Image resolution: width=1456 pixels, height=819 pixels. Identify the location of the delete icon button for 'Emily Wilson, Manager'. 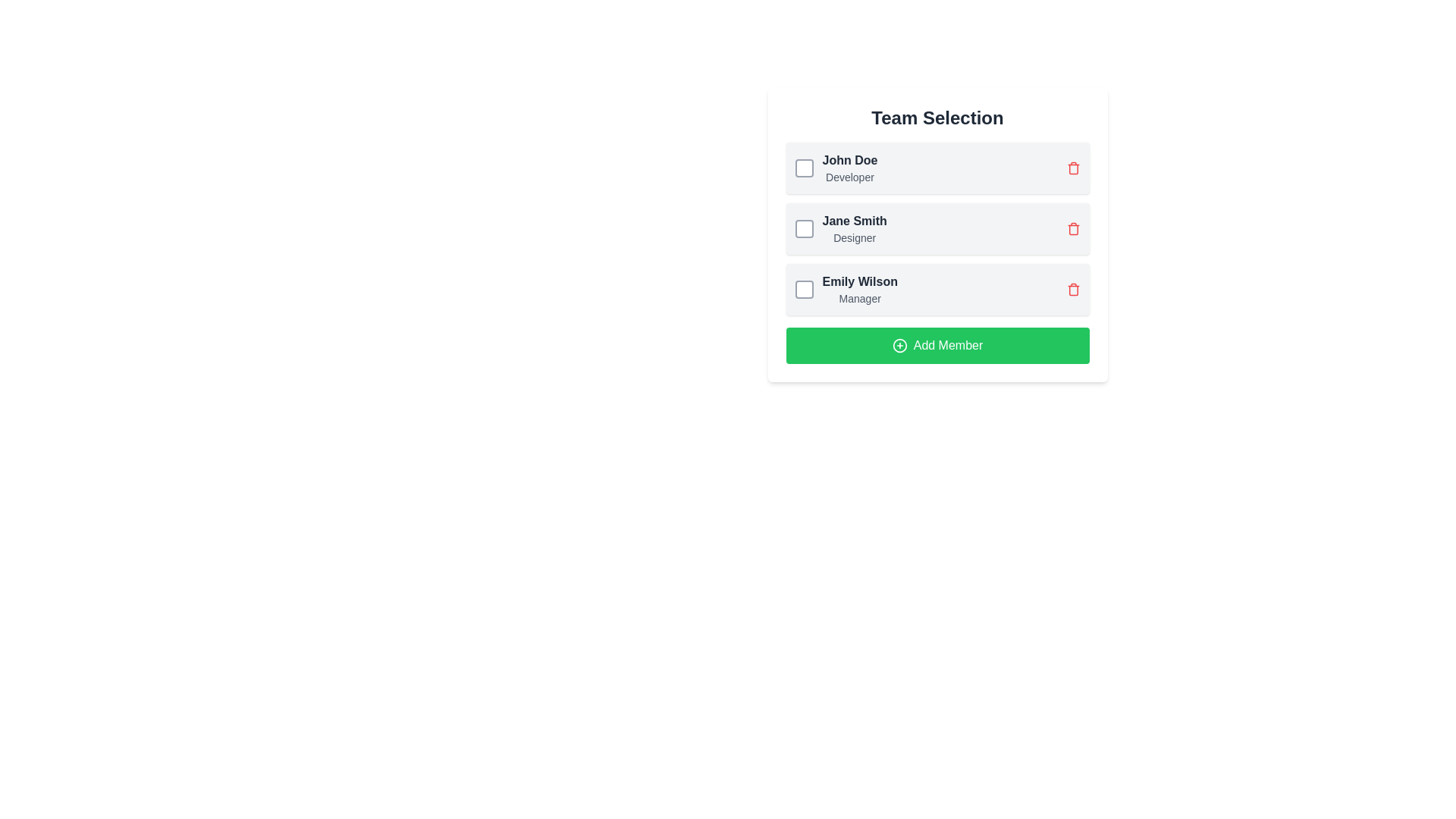
(1072, 289).